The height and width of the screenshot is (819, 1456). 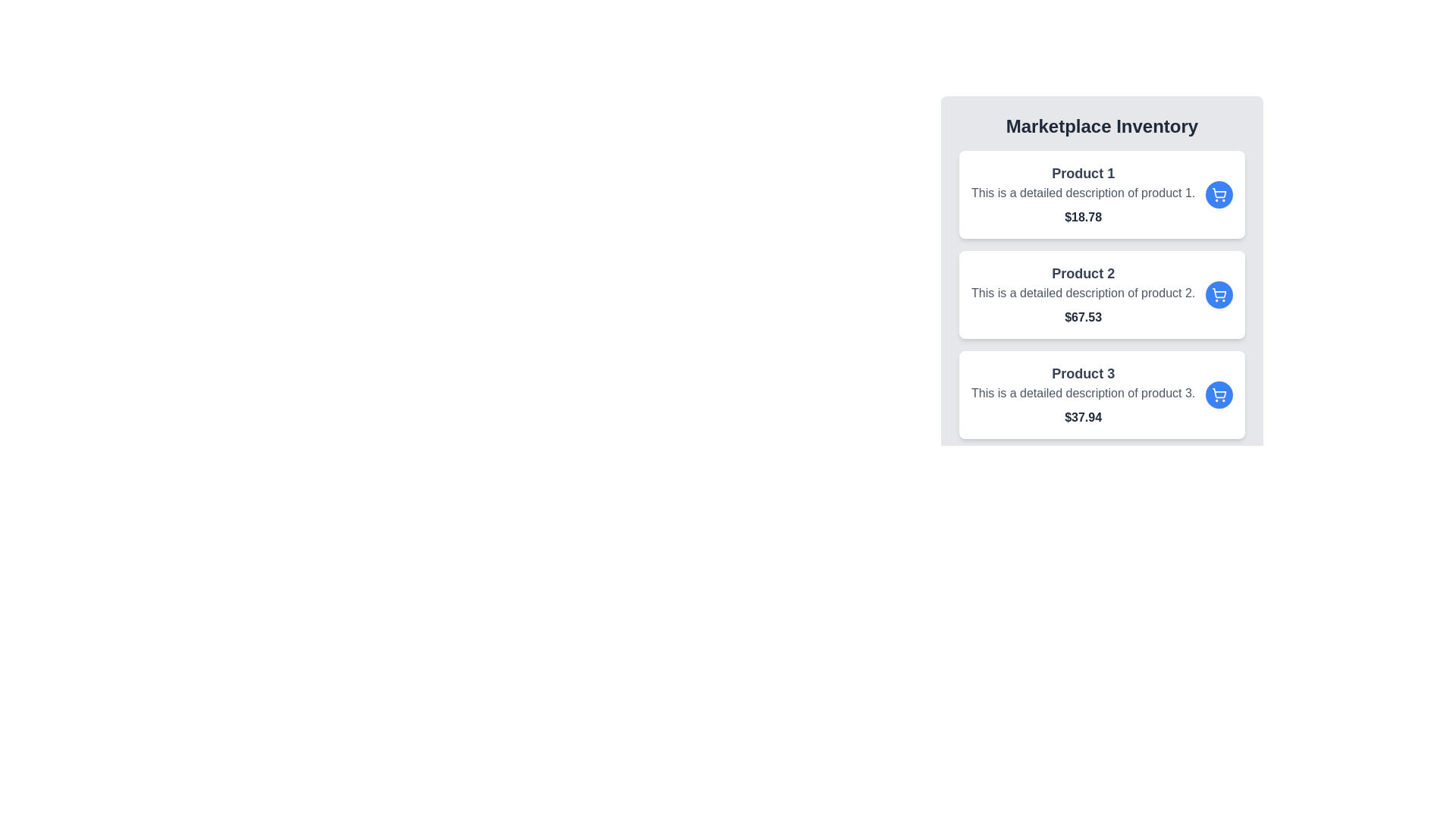 I want to click on the bold dark gray text label displaying the value '$67.53' located below the description of Product 2, so click(x=1082, y=317).